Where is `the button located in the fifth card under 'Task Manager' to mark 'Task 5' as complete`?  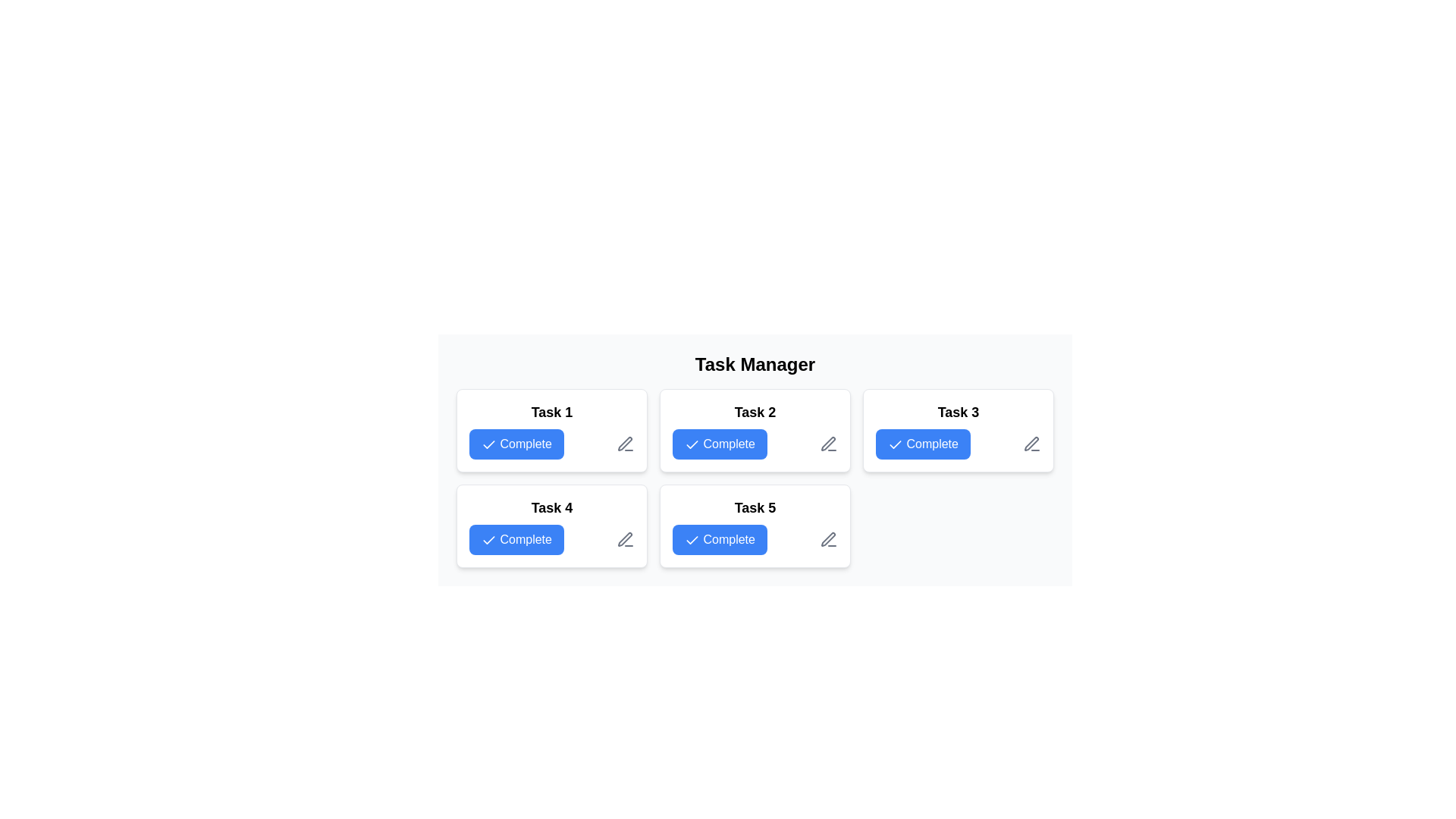 the button located in the fifth card under 'Task Manager' to mark 'Task 5' as complete is located at coordinates (719, 539).